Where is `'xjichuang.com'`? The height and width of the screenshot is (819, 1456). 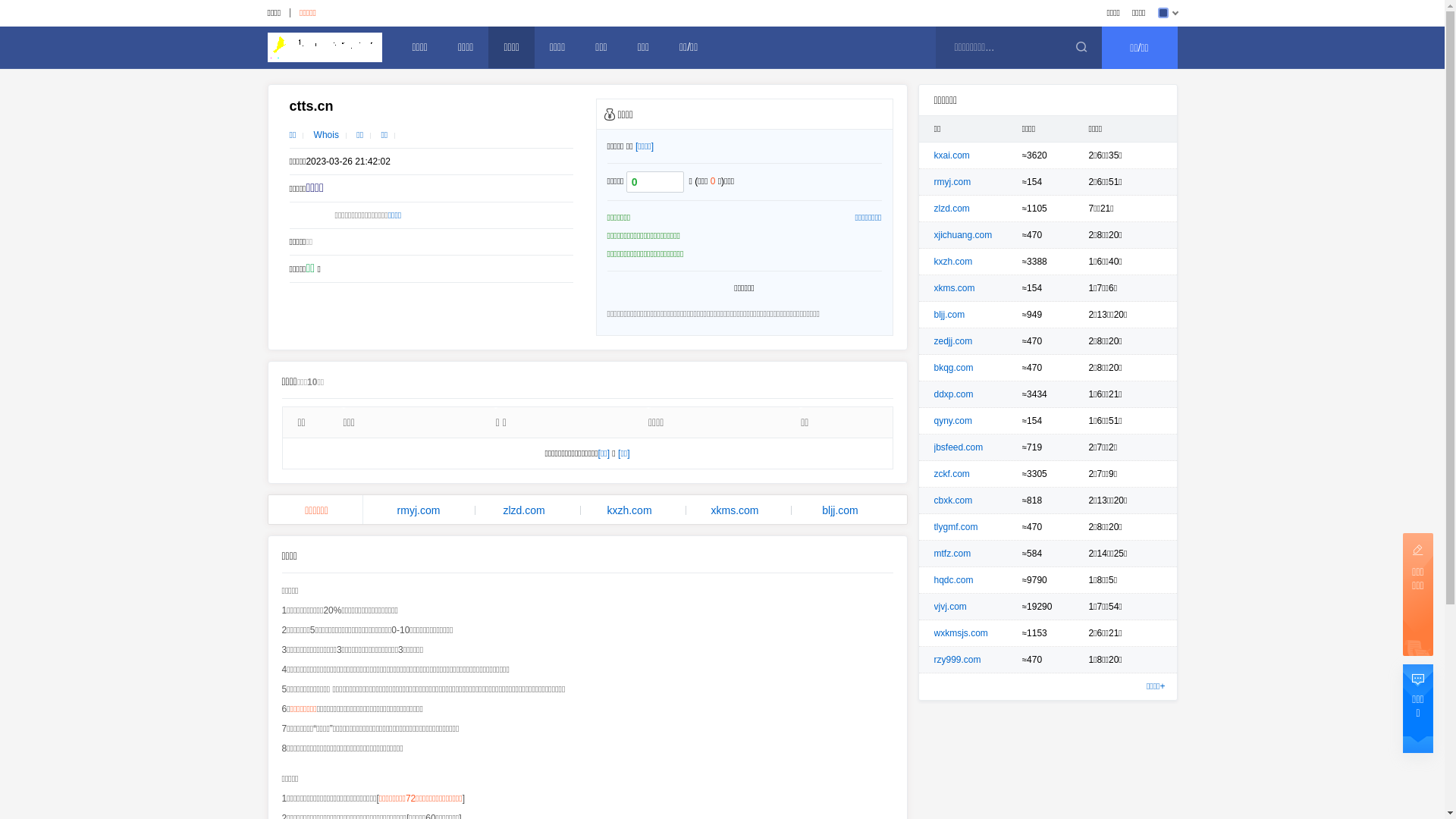 'xjichuang.com' is located at coordinates (962, 234).